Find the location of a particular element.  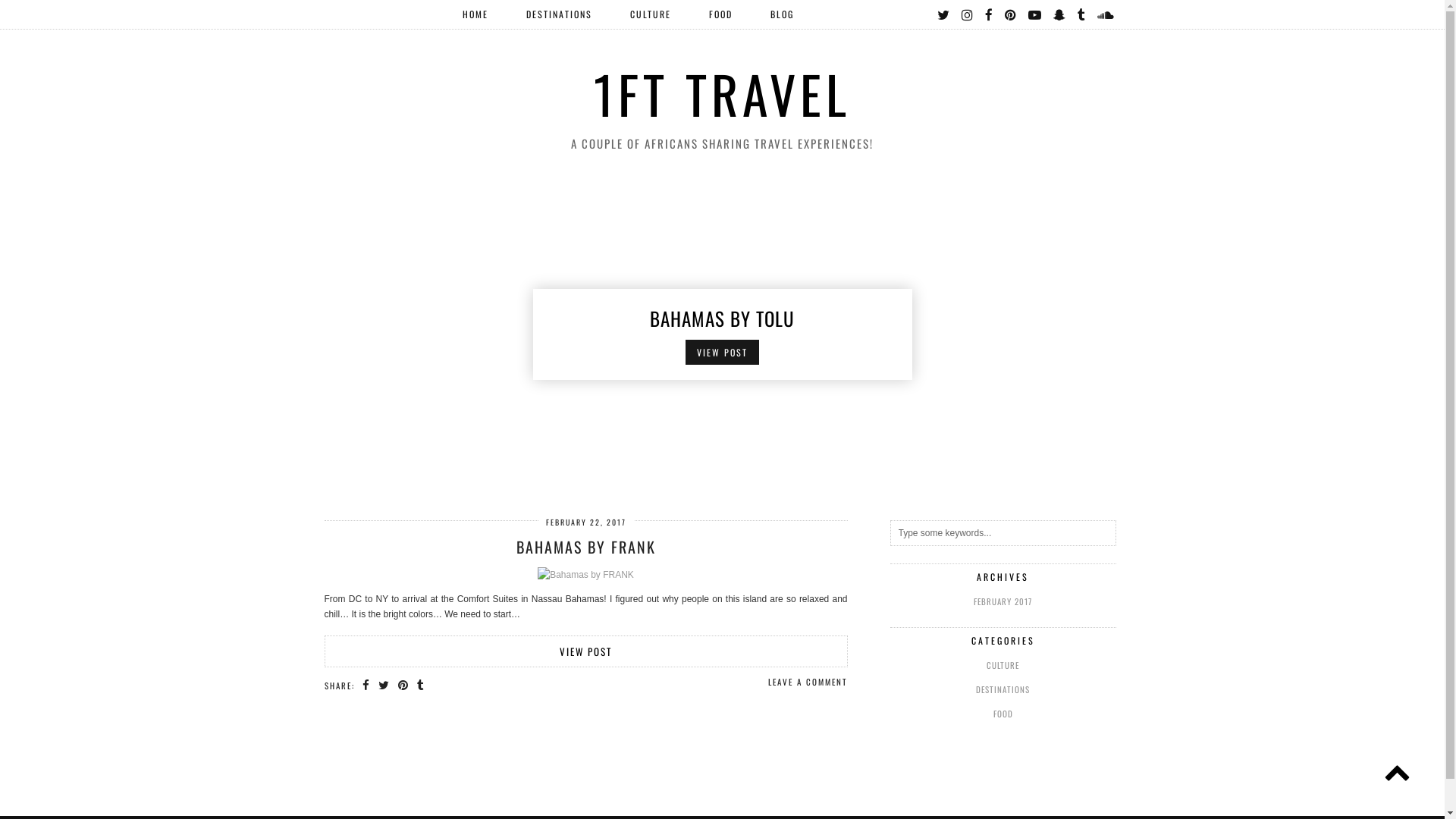

'HOME' is located at coordinates (473, 14).